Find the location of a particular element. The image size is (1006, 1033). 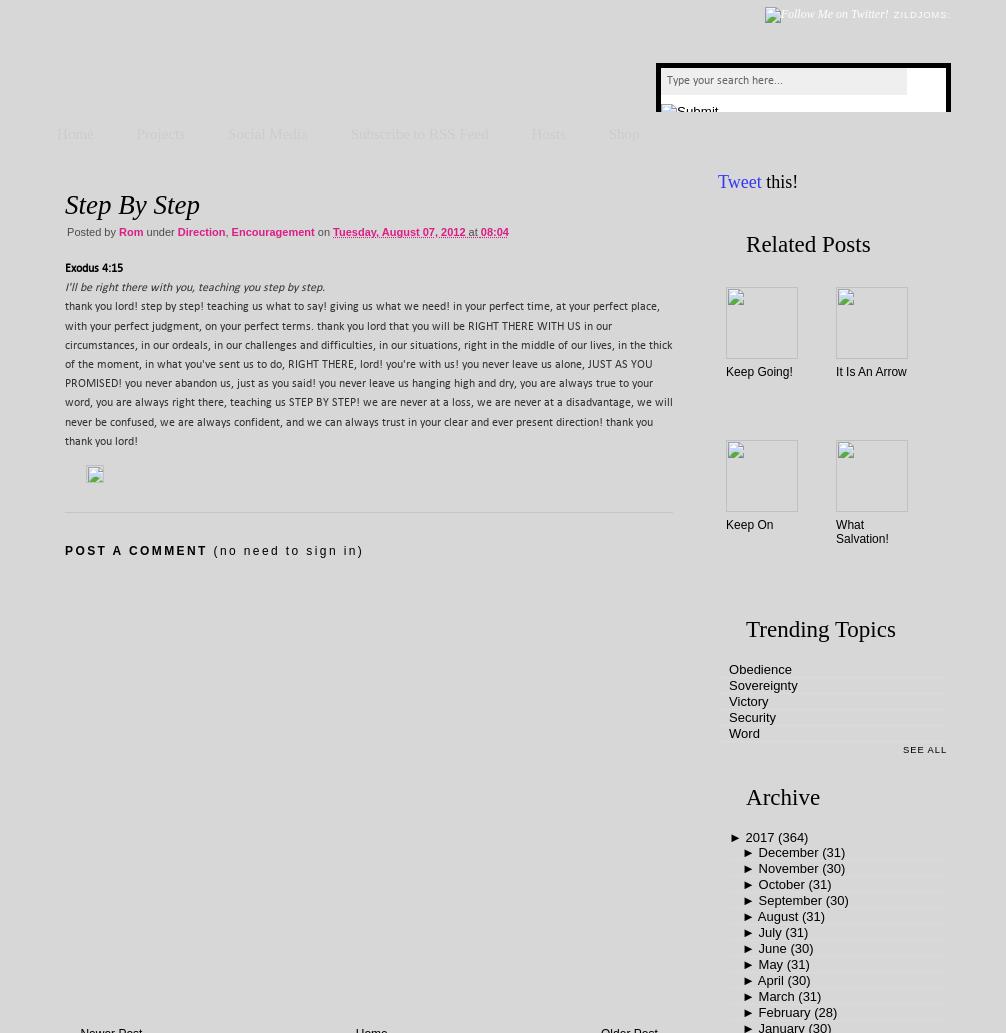

'2017' is located at coordinates (745, 837).